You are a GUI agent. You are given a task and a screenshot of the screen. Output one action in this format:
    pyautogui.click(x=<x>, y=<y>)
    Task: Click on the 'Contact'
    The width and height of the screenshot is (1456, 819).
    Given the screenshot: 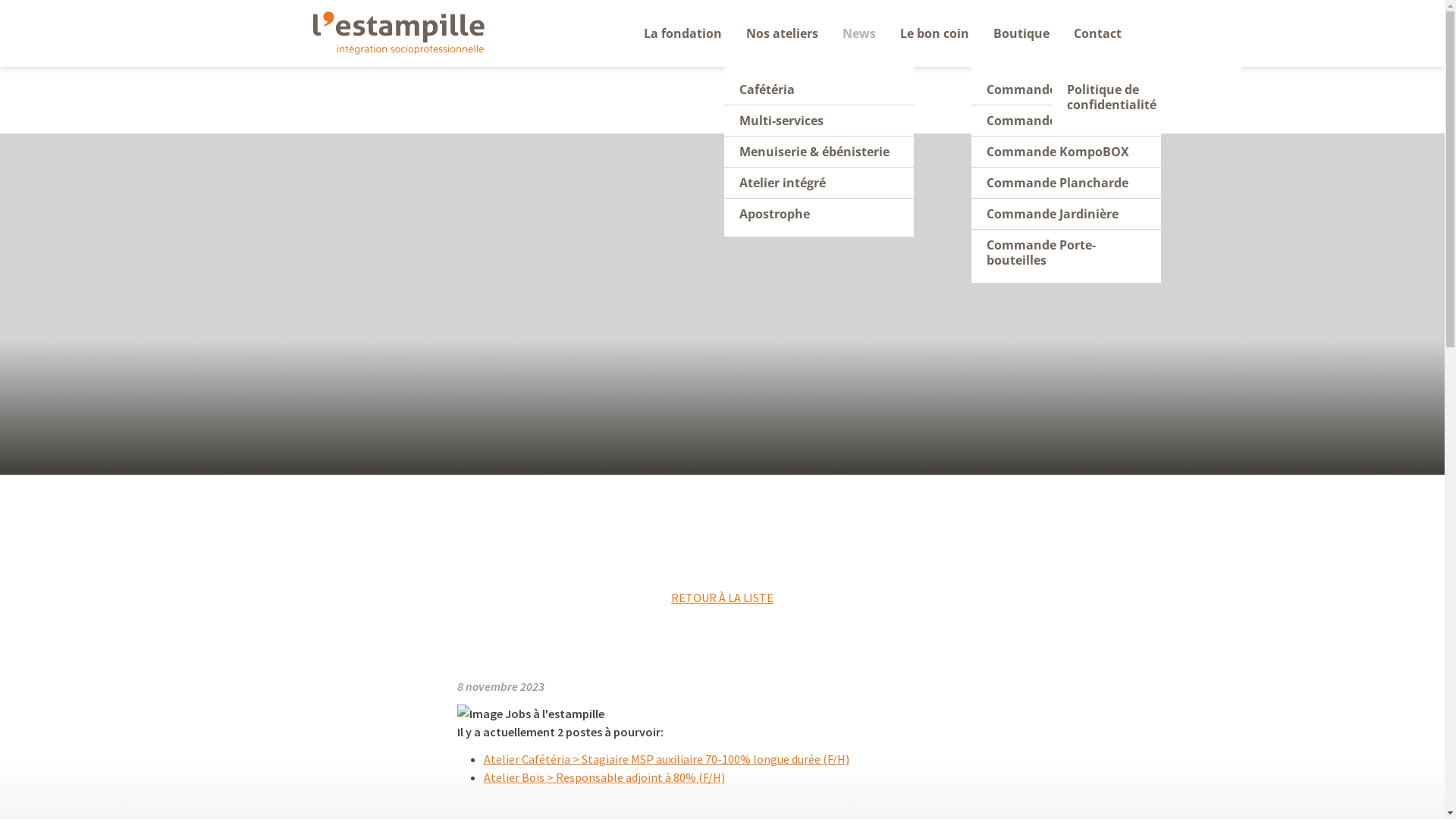 What is the action you would take?
    pyautogui.click(x=1097, y=33)
    